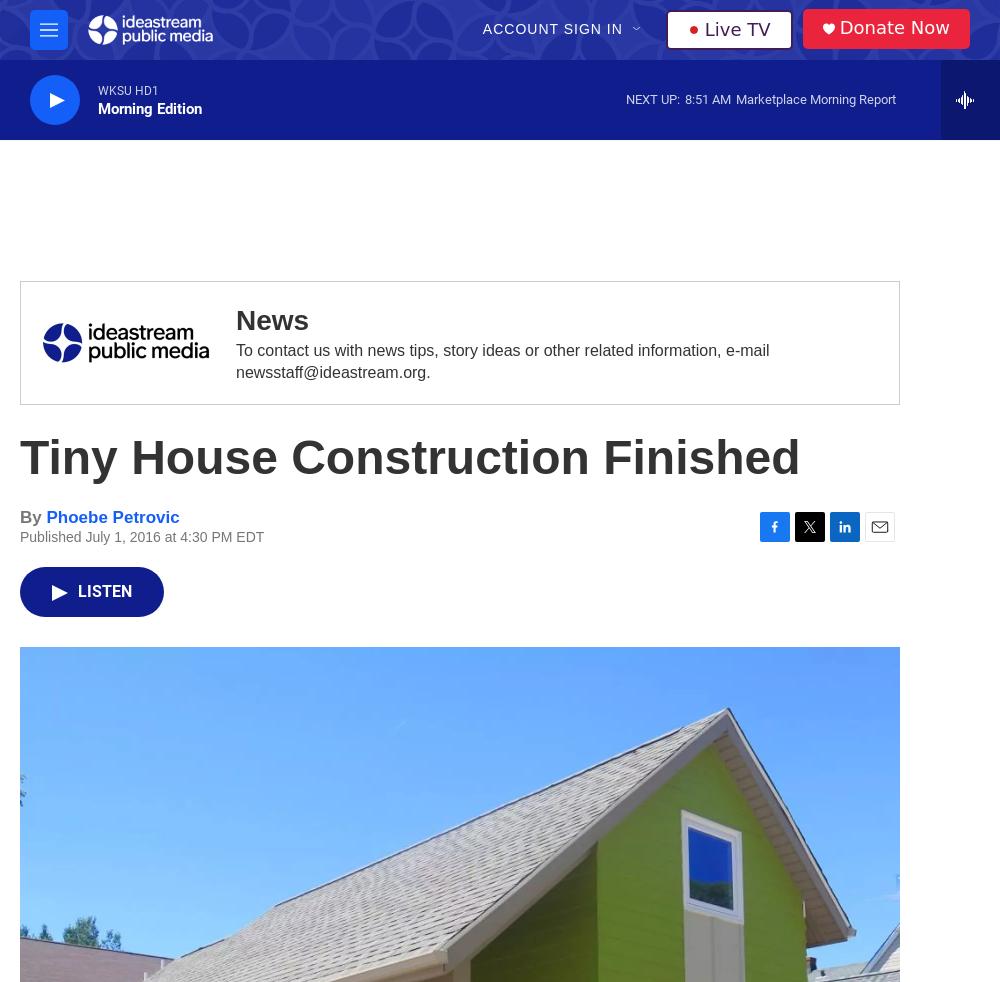 The width and height of the screenshot is (1000, 982). I want to click on 'Morning Edition', so click(150, 108).